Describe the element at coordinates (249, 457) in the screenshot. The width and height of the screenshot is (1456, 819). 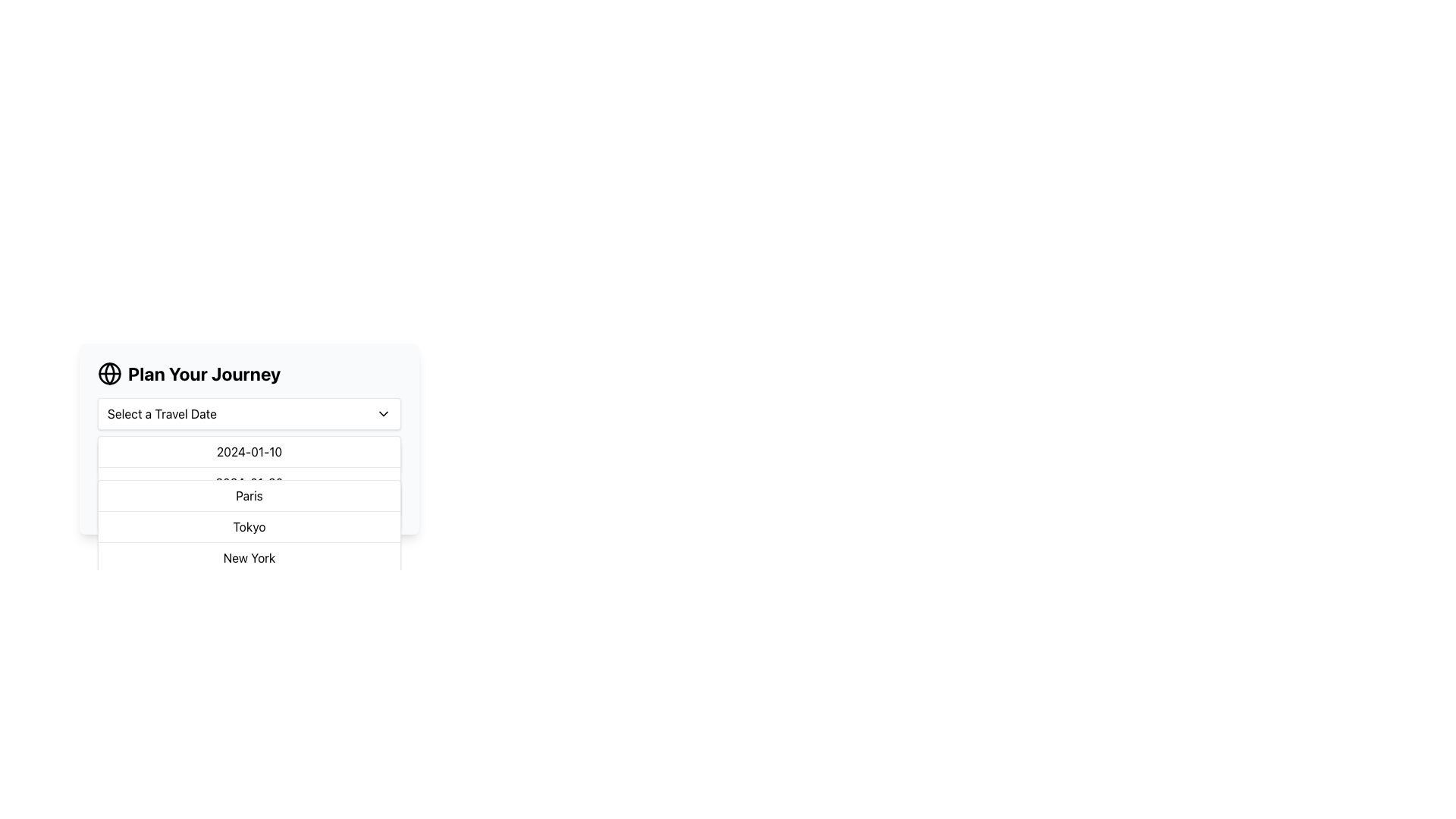
I see `the first selectable option in the travel dates list under 'Plan Your Journey'` at that location.